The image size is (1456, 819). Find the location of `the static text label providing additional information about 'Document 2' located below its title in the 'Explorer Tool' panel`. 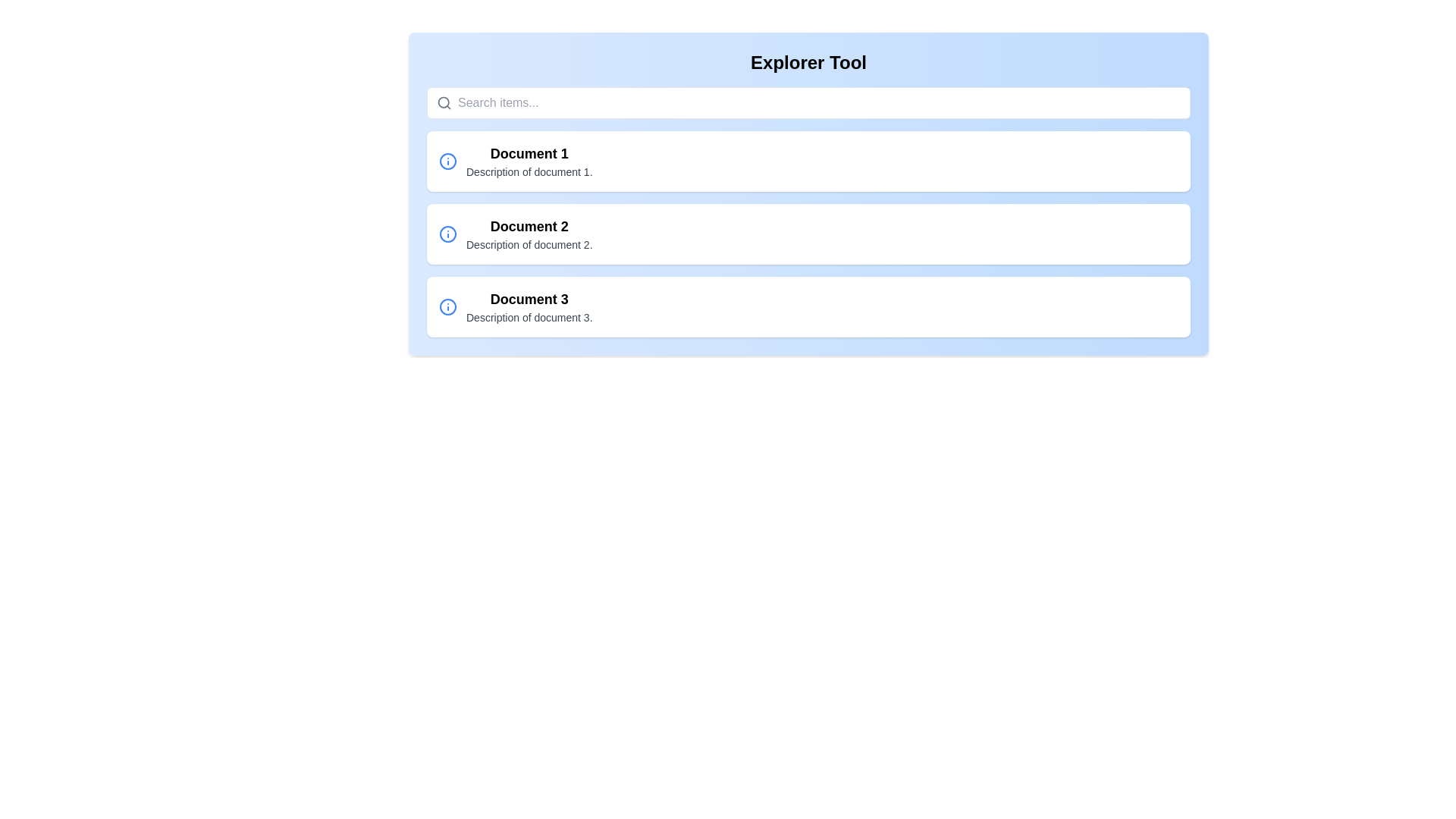

the static text label providing additional information about 'Document 2' located below its title in the 'Explorer Tool' panel is located at coordinates (529, 244).